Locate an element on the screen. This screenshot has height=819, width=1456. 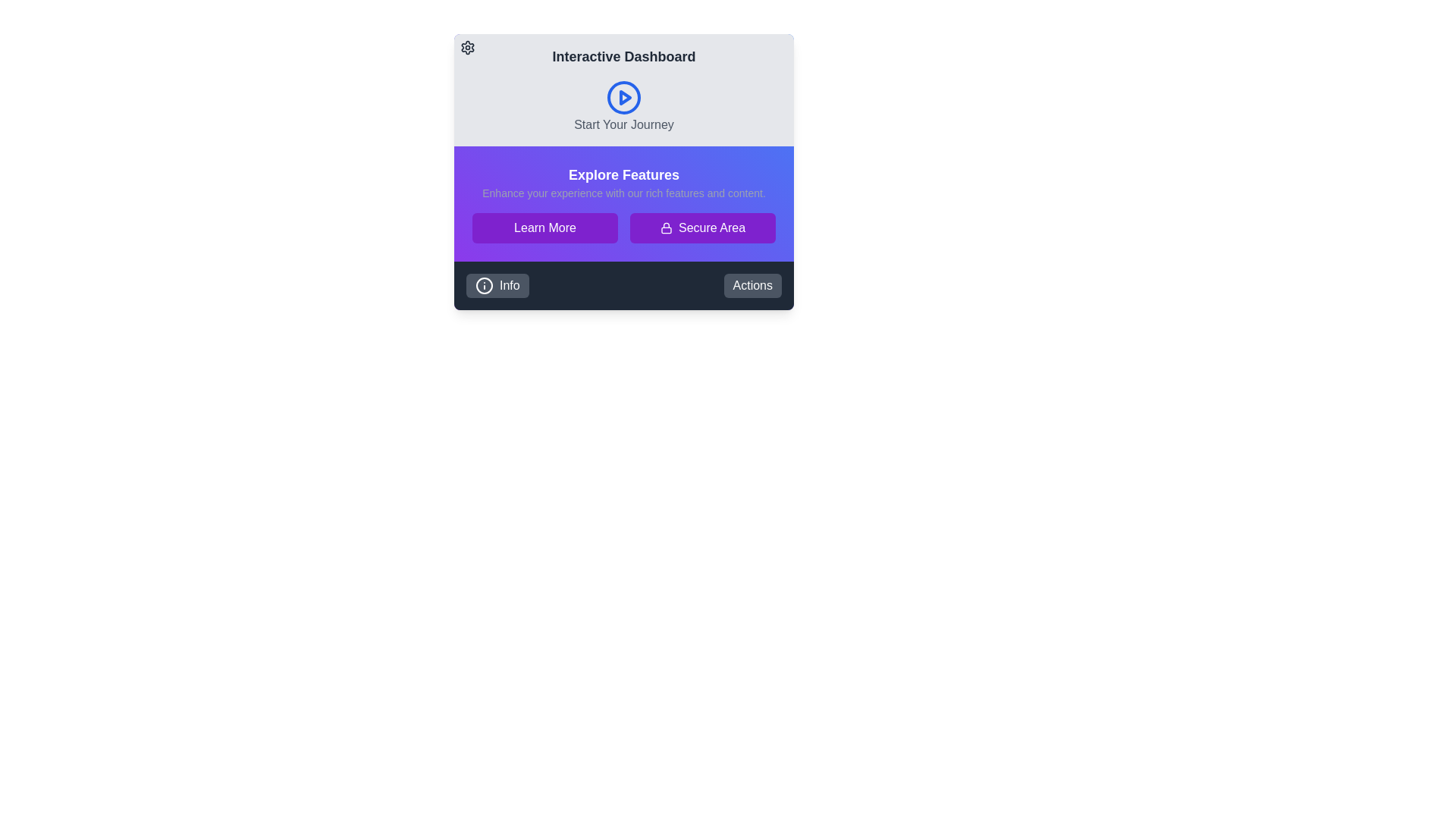
text displayed in the gray text label that says 'Start Your Journey', located below the blue play icon in the centered gray panel is located at coordinates (623, 124).